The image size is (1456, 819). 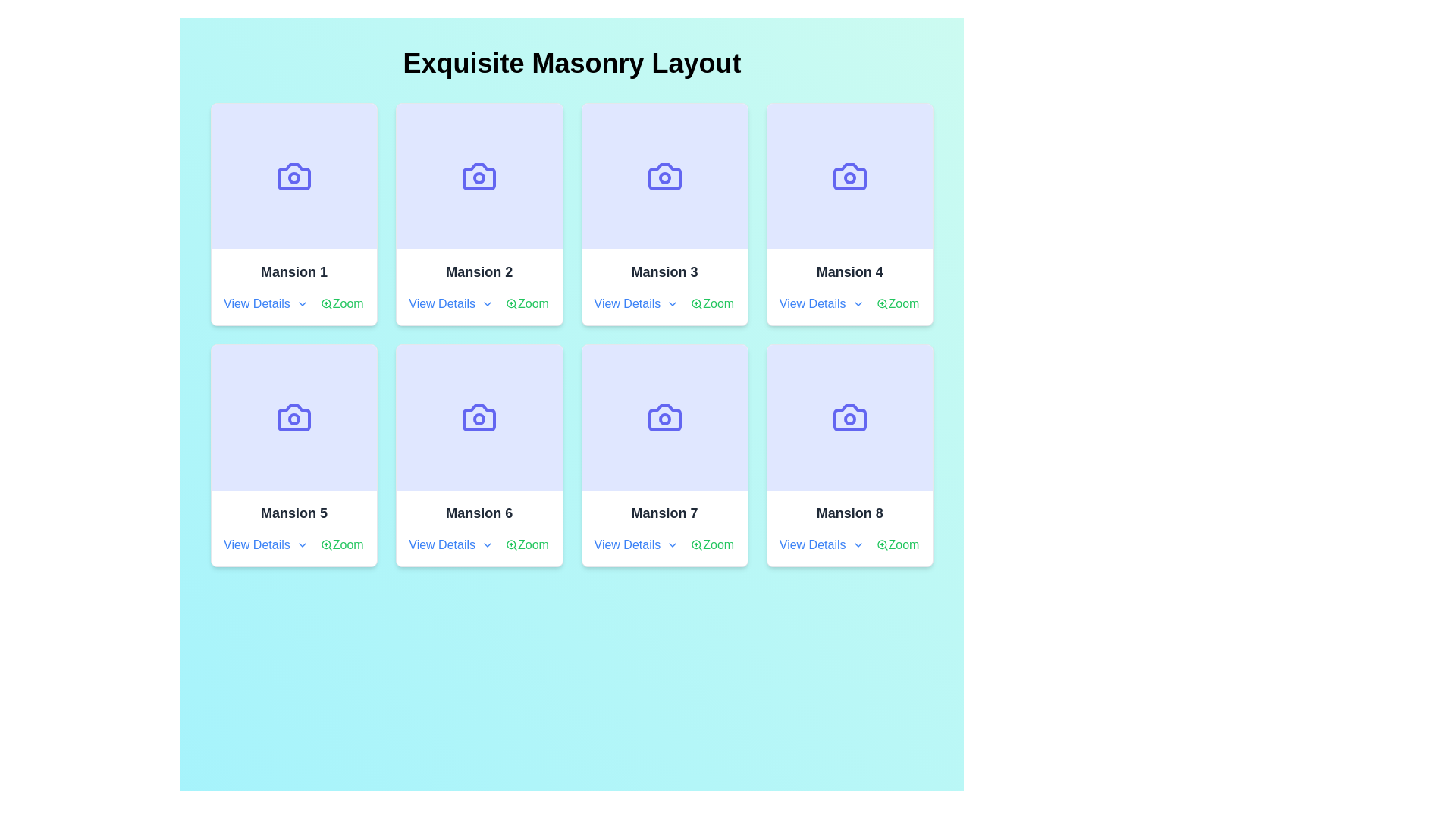 What do you see at coordinates (479, 175) in the screenshot?
I see `the decorative camera icon's main body, which is part of the 'Mansion 2' card and located in the first row, second position of the grid layout` at bounding box center [479, 175].